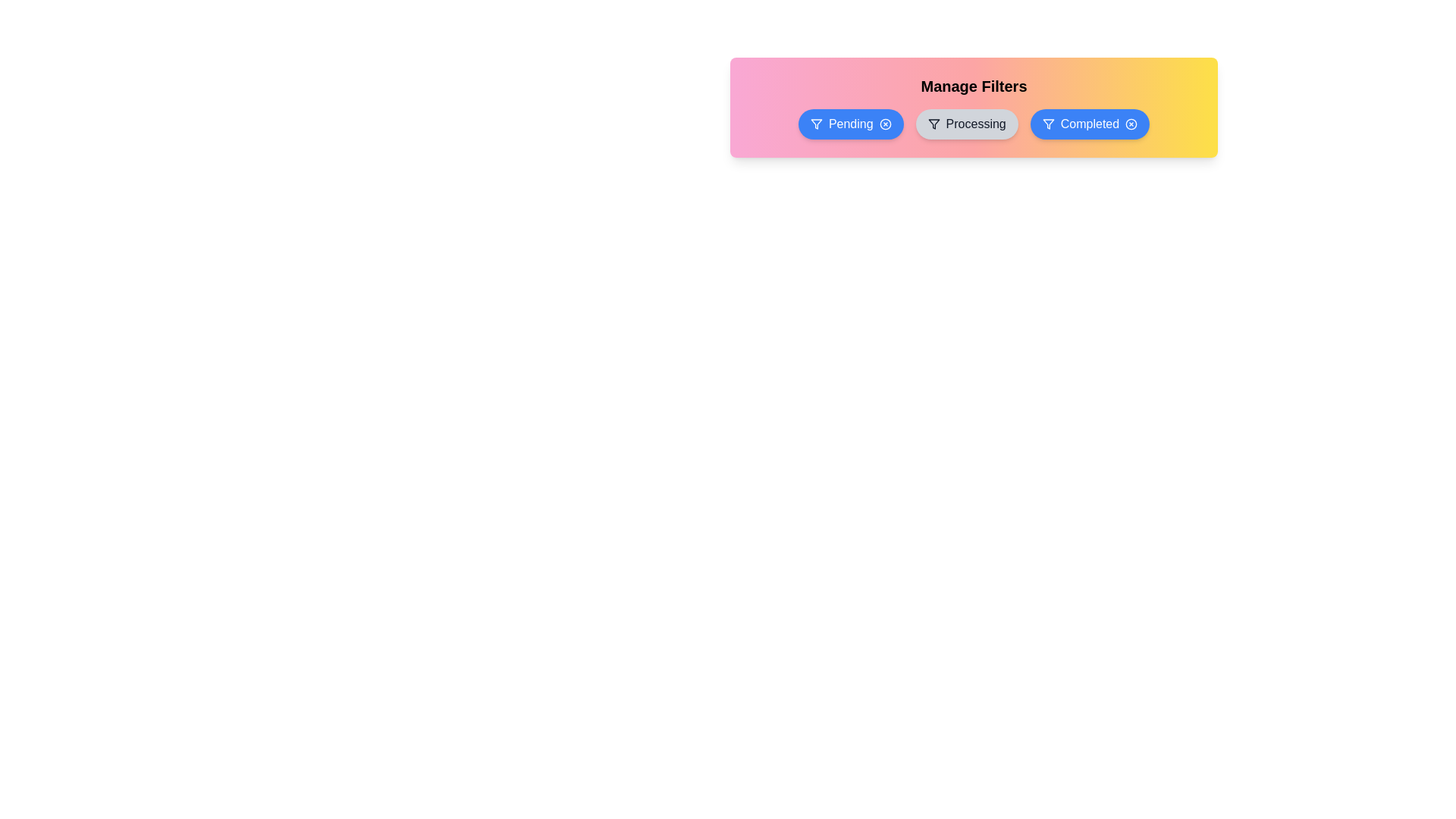 The image size is (1456, 819). Describe the element at coordinates (966, 124) in the screenshot. I see `the filter Processing` at that location.